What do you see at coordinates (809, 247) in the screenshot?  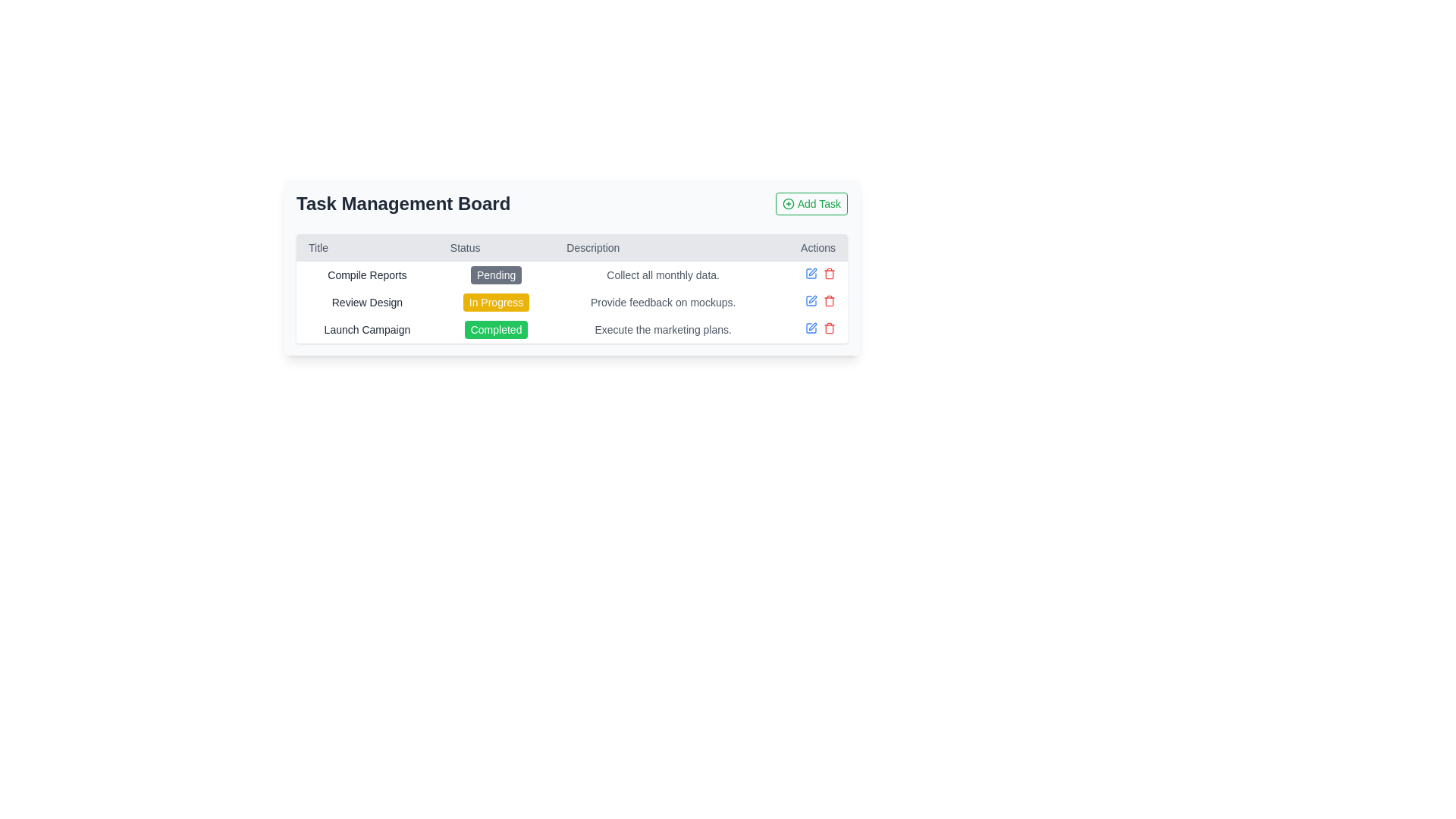 I see `the Text Label in the header row of the Task Management Board that indicates actions related to the row's content, located in the rightmost cell` at bounding box center [809, 247].